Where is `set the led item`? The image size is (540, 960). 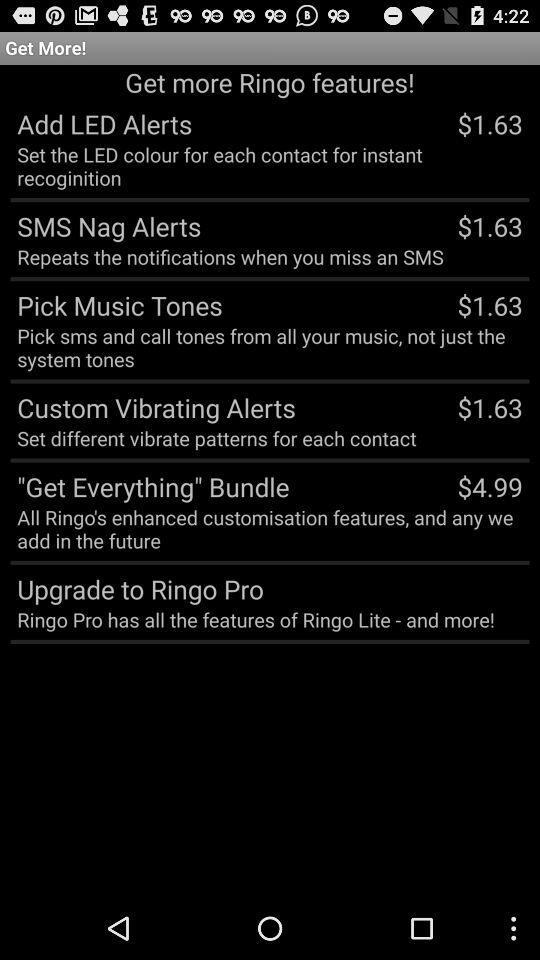
set the led item is located at coordinates (270, 164).